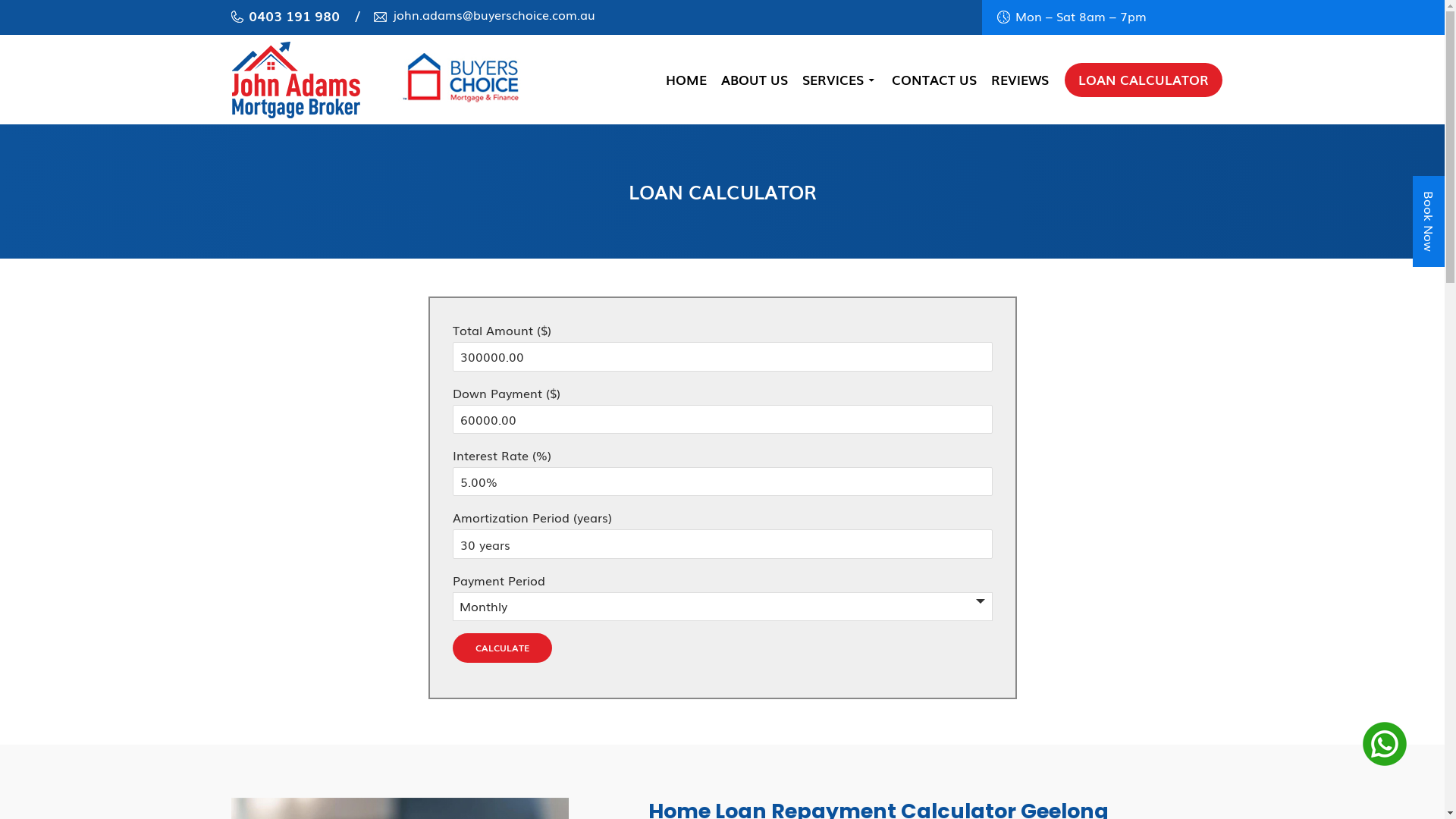 This screenshot has width=1456, height=819. Describe the element at coordinates (934, 79) in the screenshot. I see `'CONTACT US'` at that location.